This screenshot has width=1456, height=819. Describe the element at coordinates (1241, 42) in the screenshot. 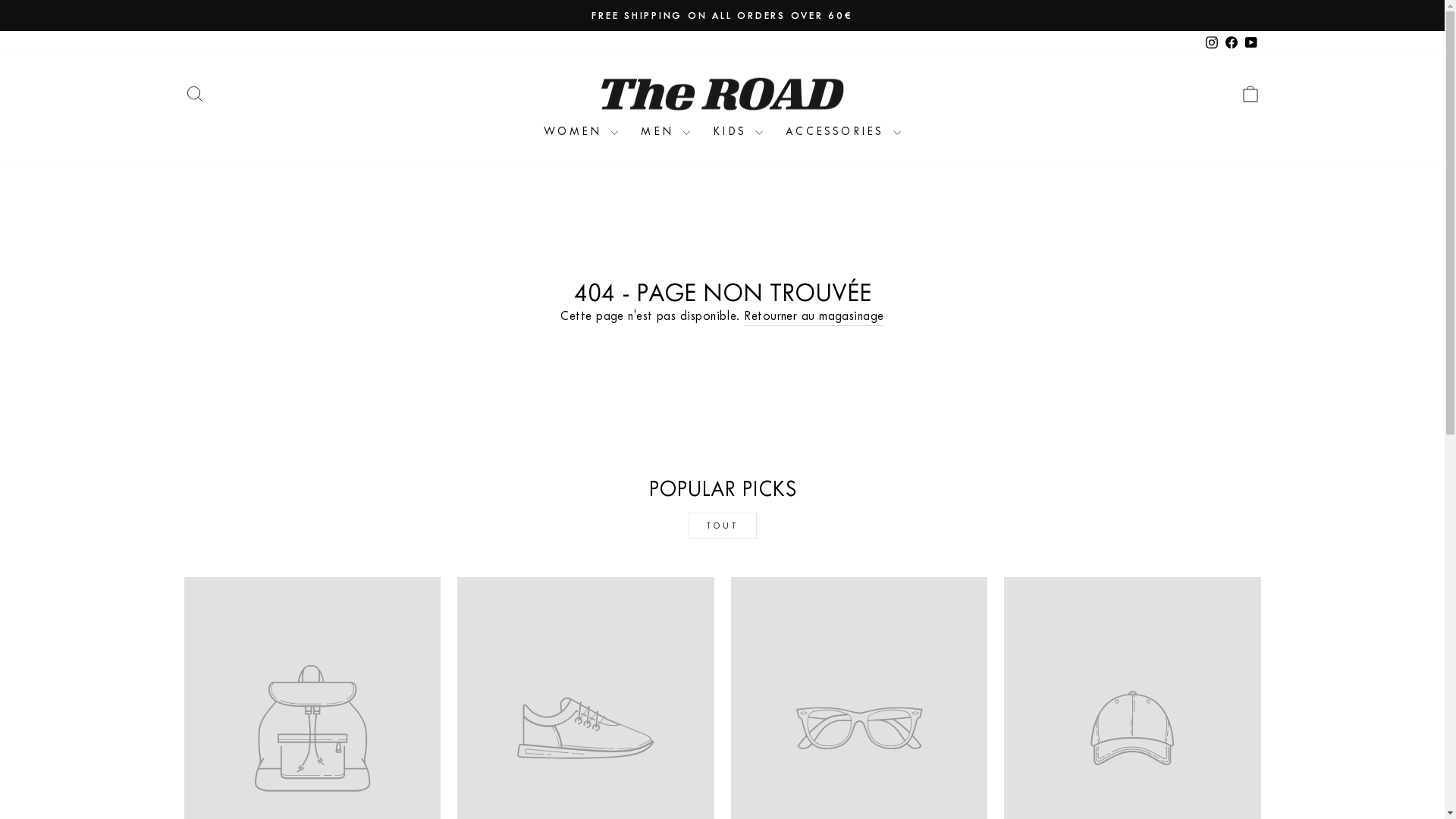

I see `'YouTube'` at that location.